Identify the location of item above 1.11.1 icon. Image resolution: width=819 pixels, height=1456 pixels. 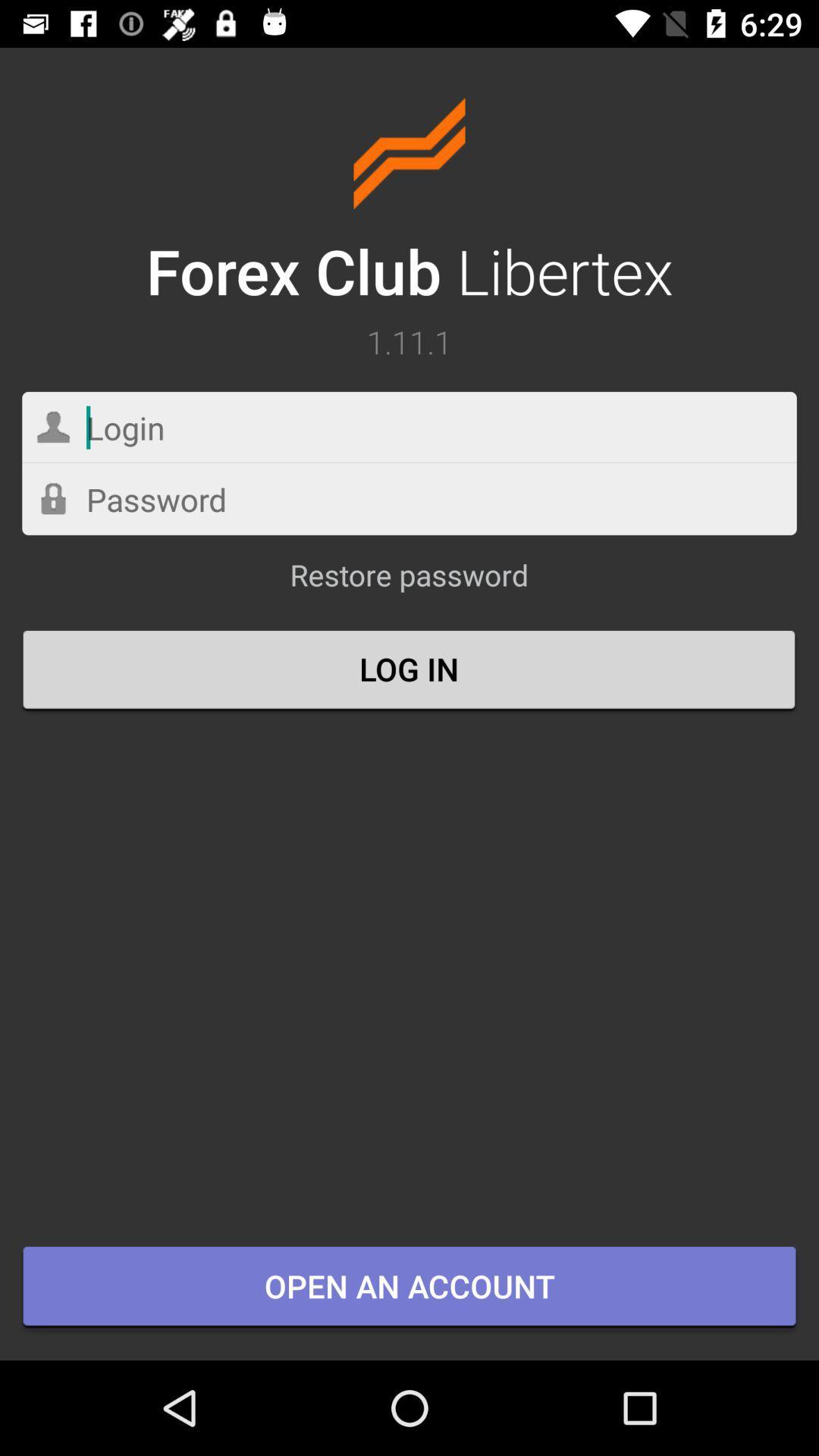
(409, 204).